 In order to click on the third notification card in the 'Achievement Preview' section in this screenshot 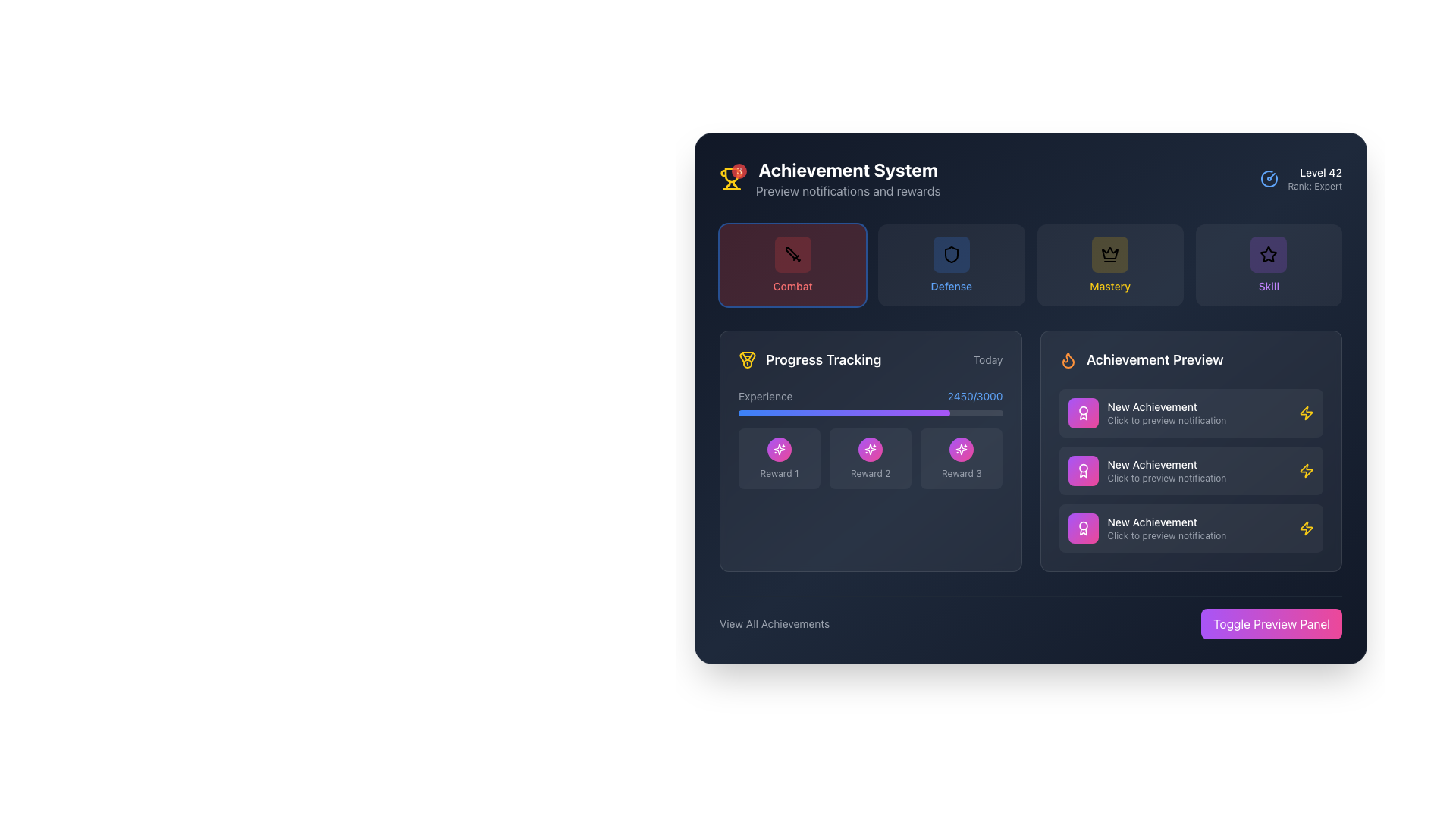, I will do `click(1190, 528)`.